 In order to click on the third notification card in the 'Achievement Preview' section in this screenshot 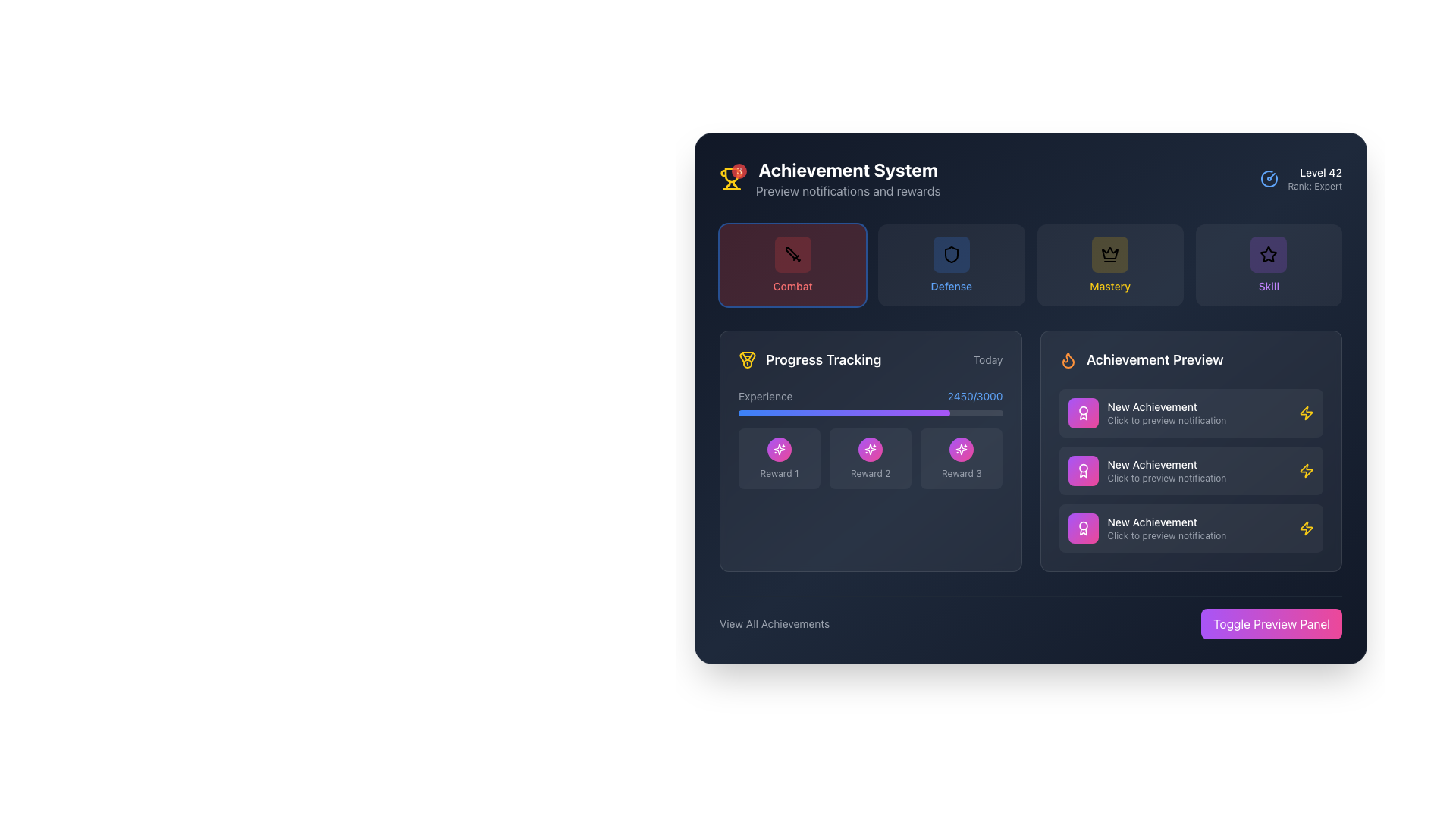, I will do `click(1190, 528)`.